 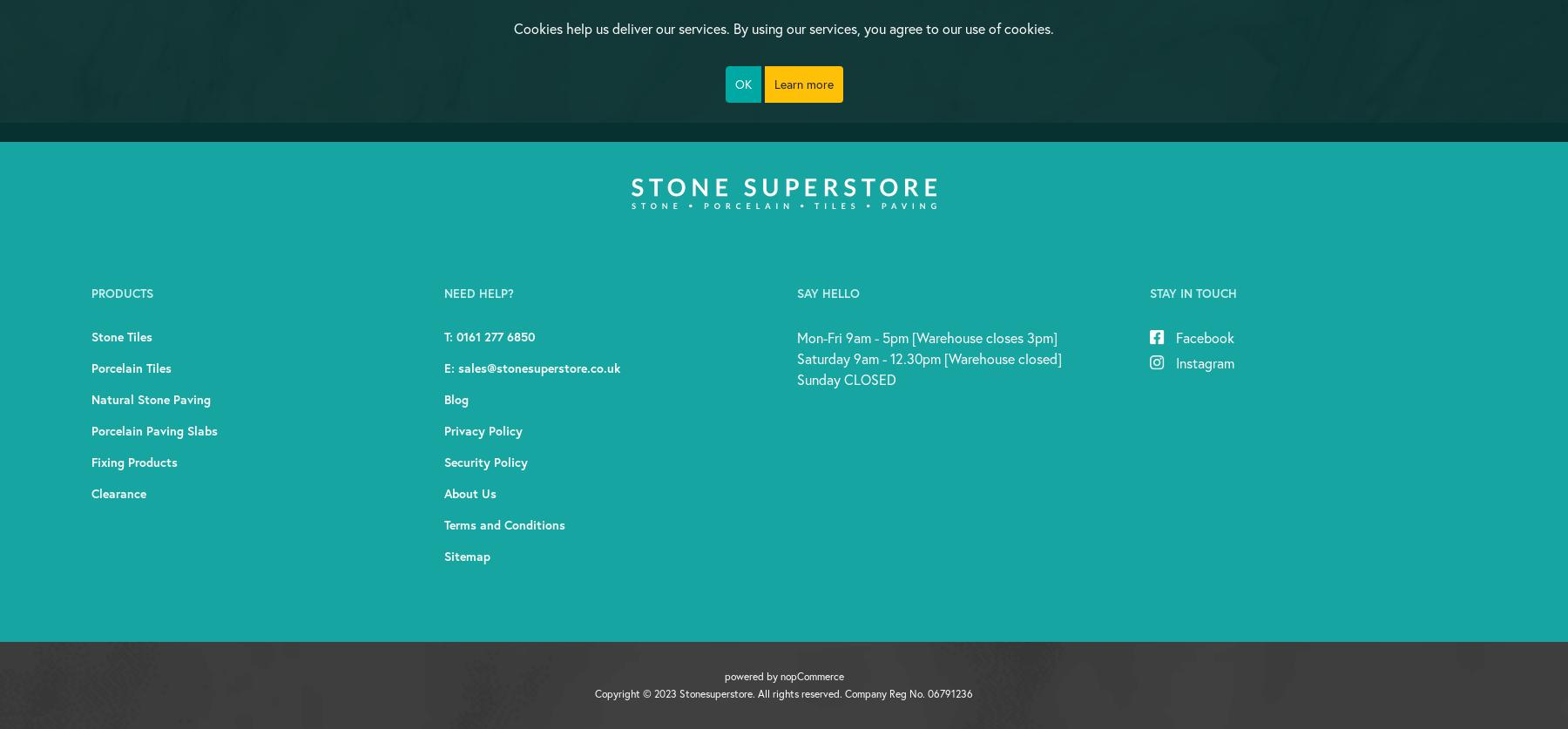 What do you see at coordinates (450, 366) in the screenshot?
I see `'E:'` at bounding box center [450, 366].